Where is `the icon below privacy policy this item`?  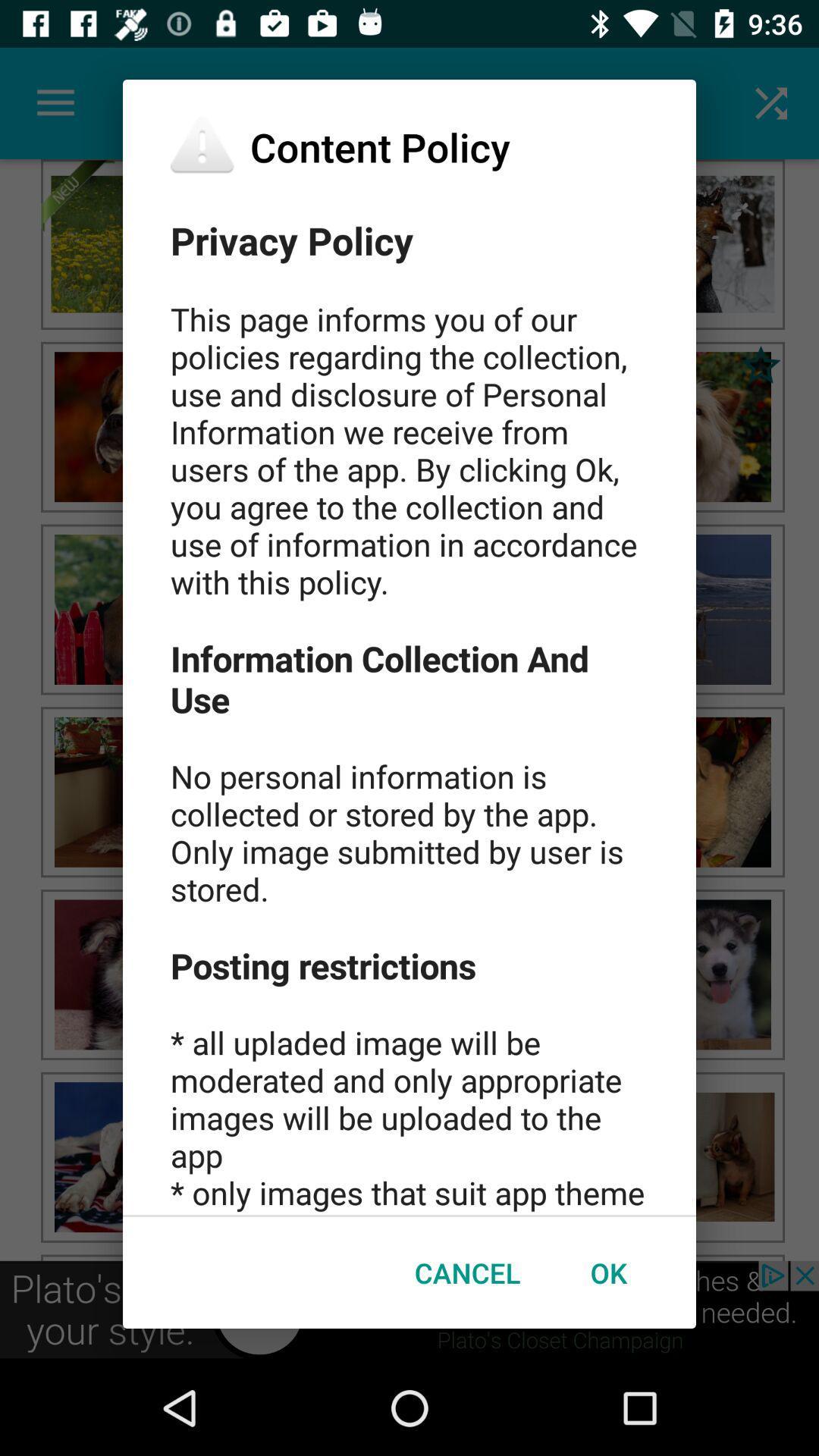 the icon below privacy policy this item is located at coordinates (466, 1272).